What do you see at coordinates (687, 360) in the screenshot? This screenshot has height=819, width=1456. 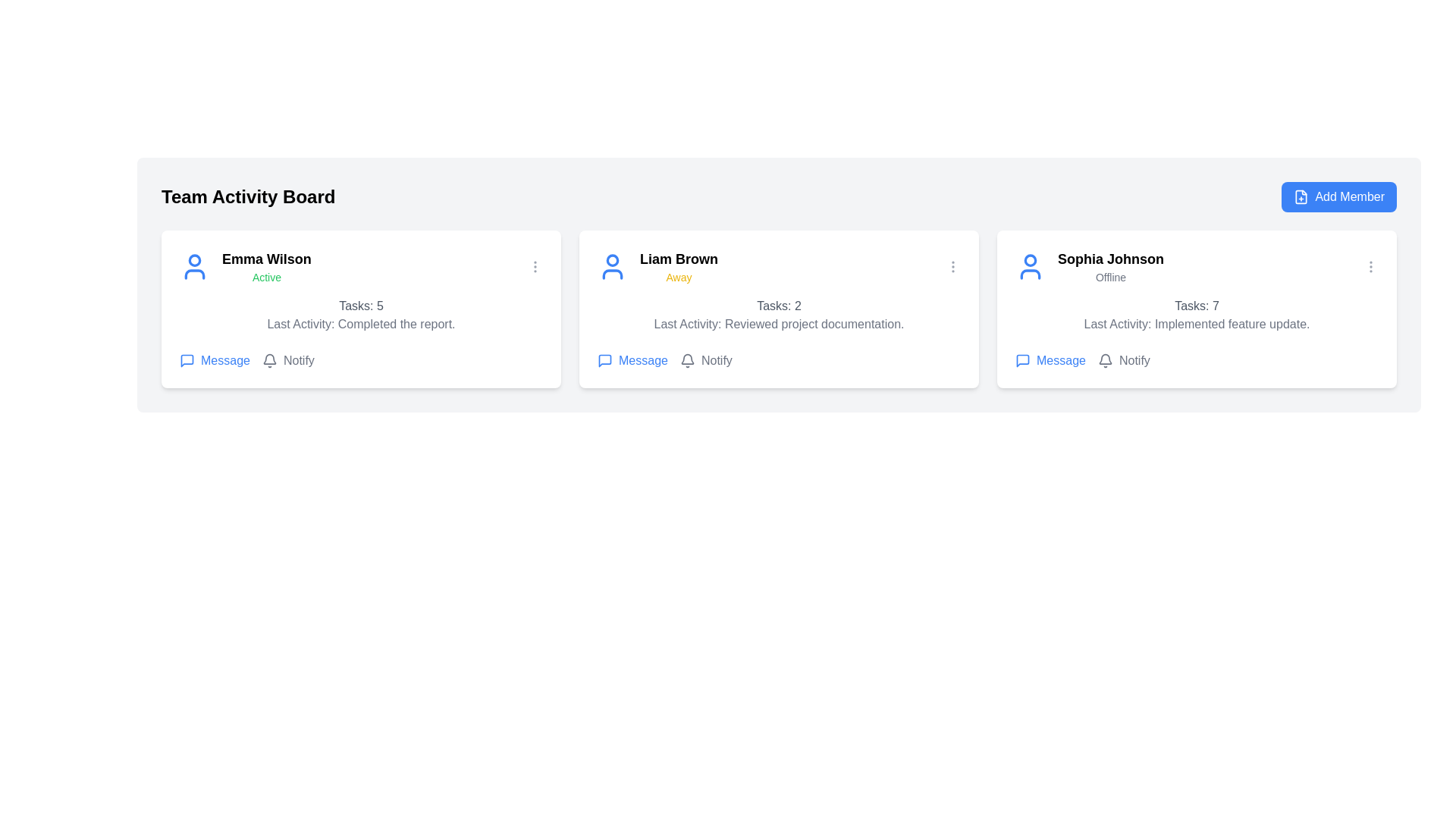 I see `the bell icon with a gray outline located to the left of the 'Notify' text in the second user card` at bounding box center [687, 360].